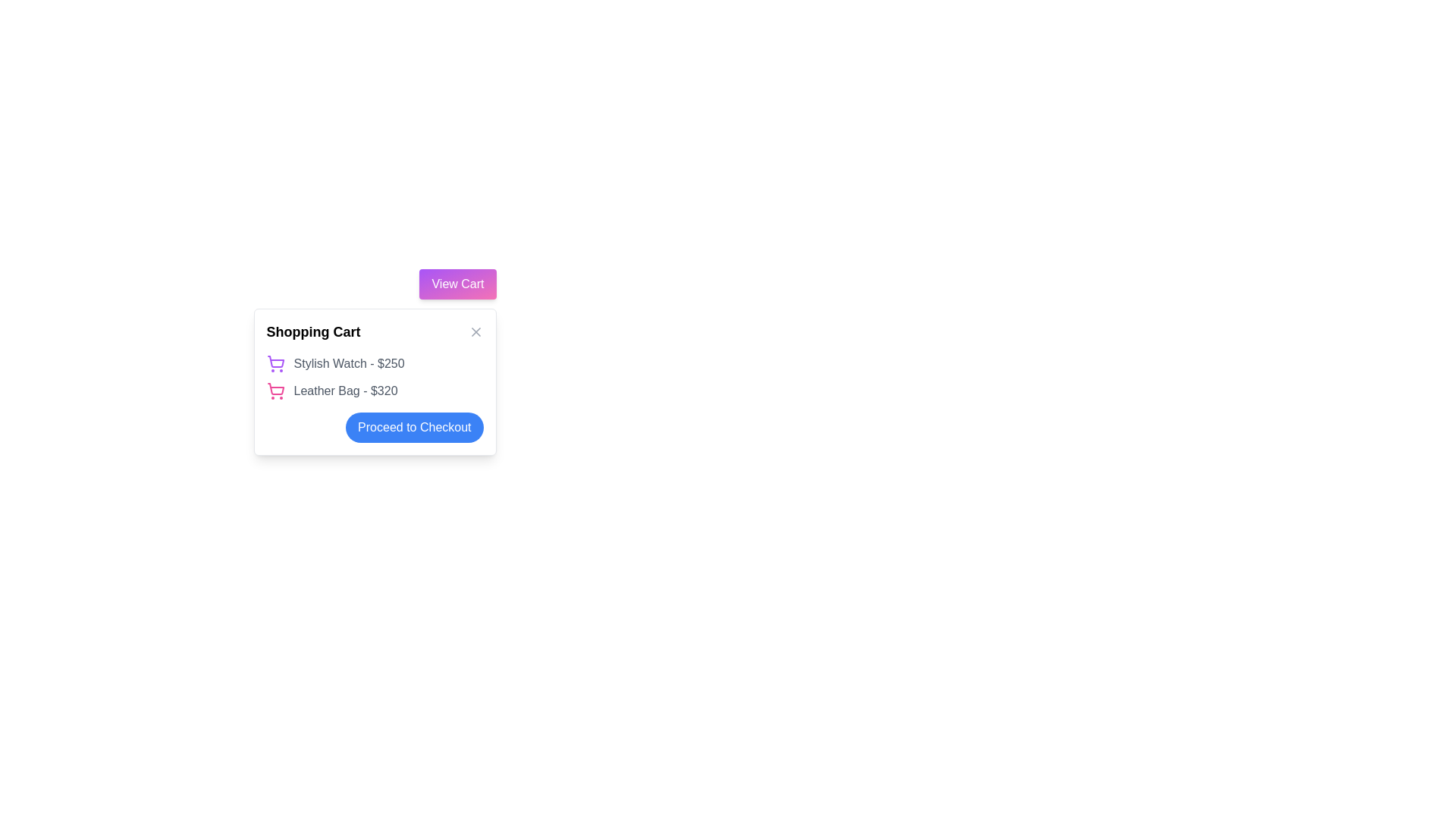 The height and width of the screenshot is (819, 1456). Describe the element at coordinates (375, 363) in the screenshot. I see `the first list item displaying 'Stylish Watch - $250' with a purple shopping cart icon in the shopping cart interface` at that location.